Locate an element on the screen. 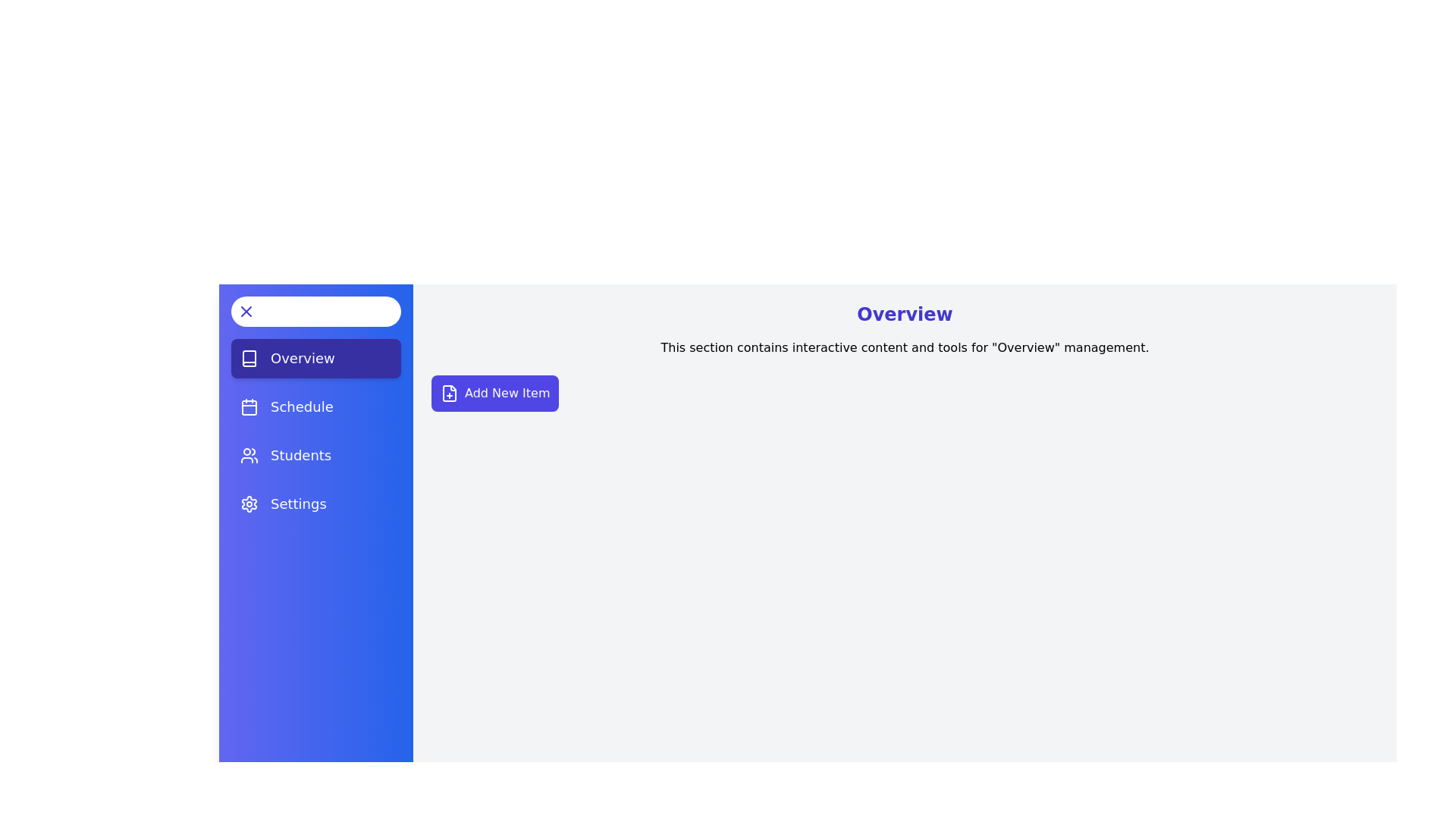 The width and height of the screenshot is (1456, 819). the 'Add New Item' button to add a new item is located at coordinates (494, 393).